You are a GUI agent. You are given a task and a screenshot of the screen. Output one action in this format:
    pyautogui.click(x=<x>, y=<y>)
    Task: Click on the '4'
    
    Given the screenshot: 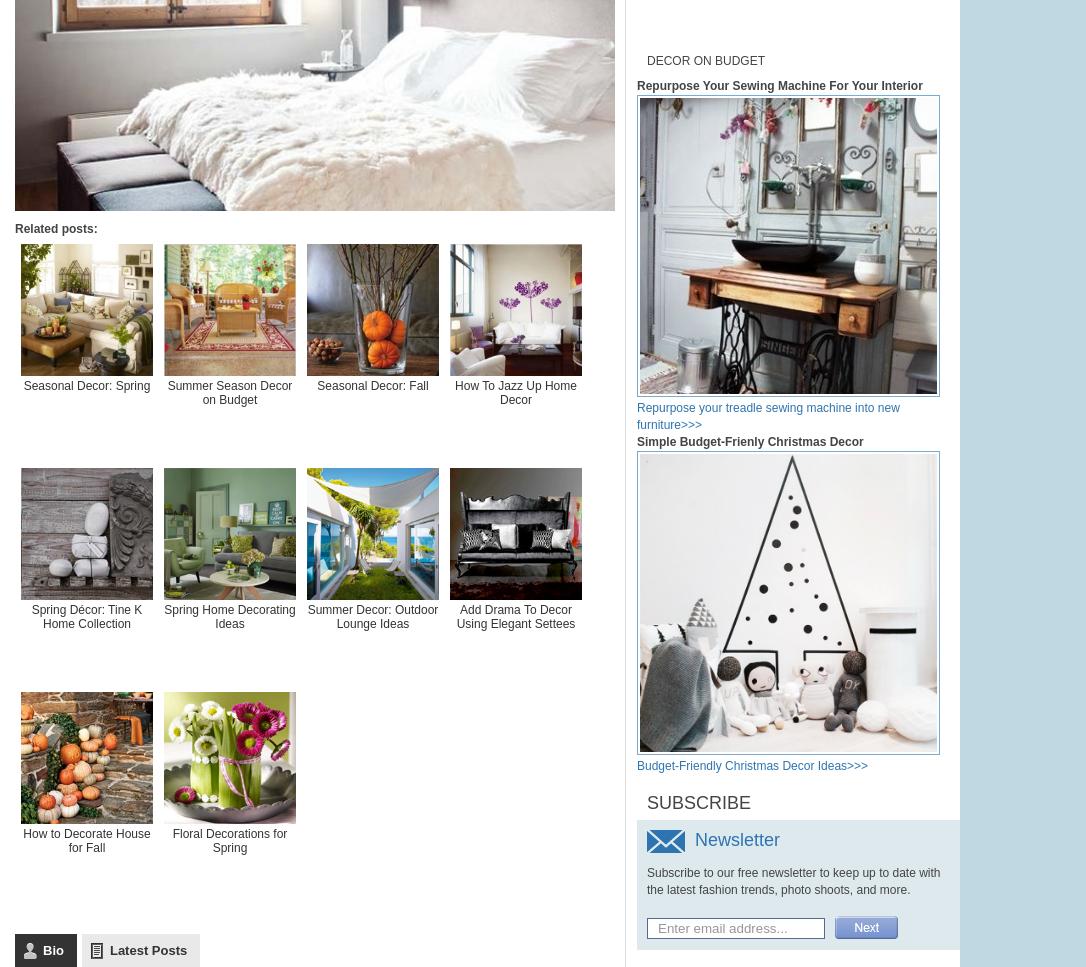 What is the action you would take?
    pyautogui.click(x=601, y=194)
    